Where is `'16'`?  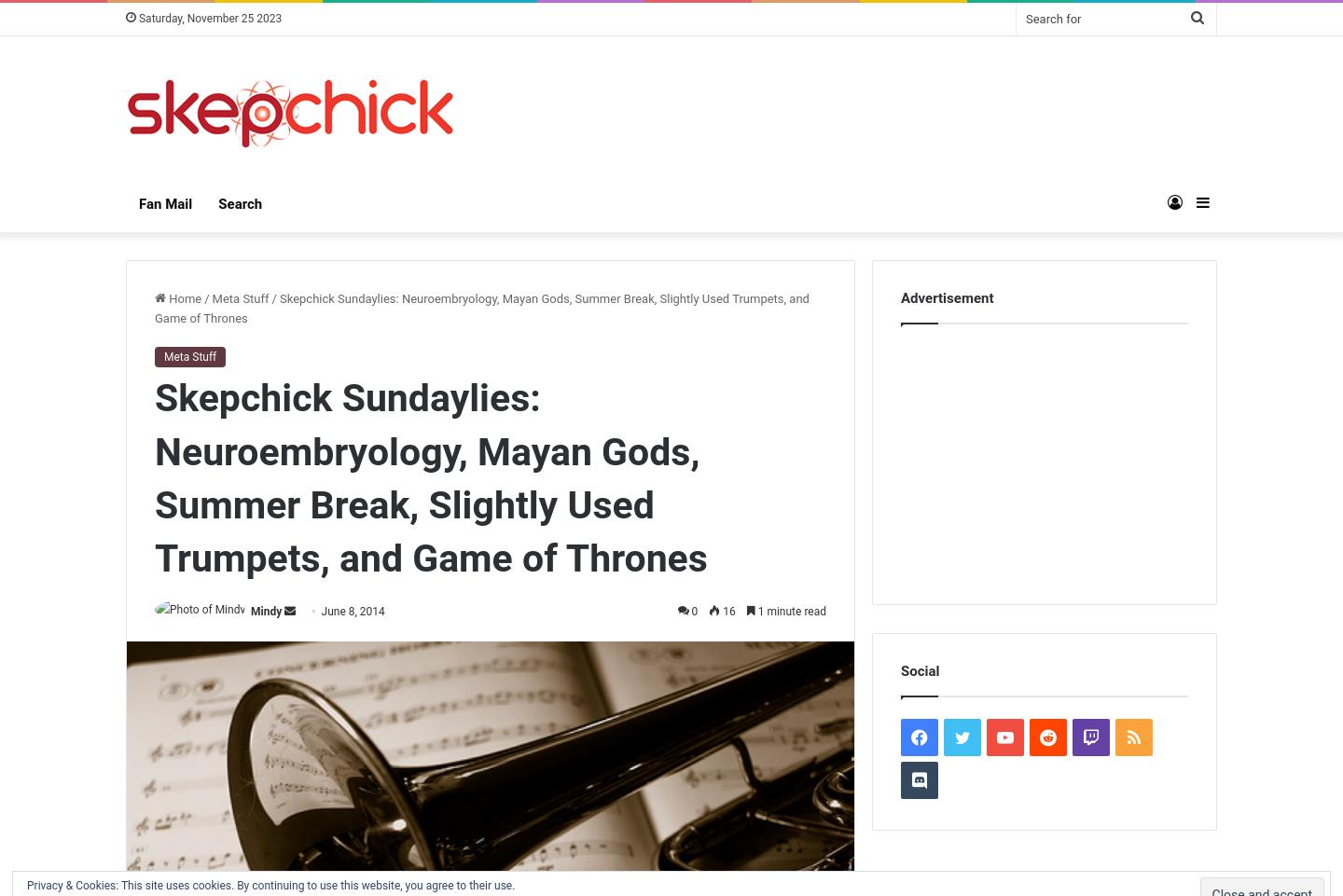 '16' is located at coordinates (727, 610).